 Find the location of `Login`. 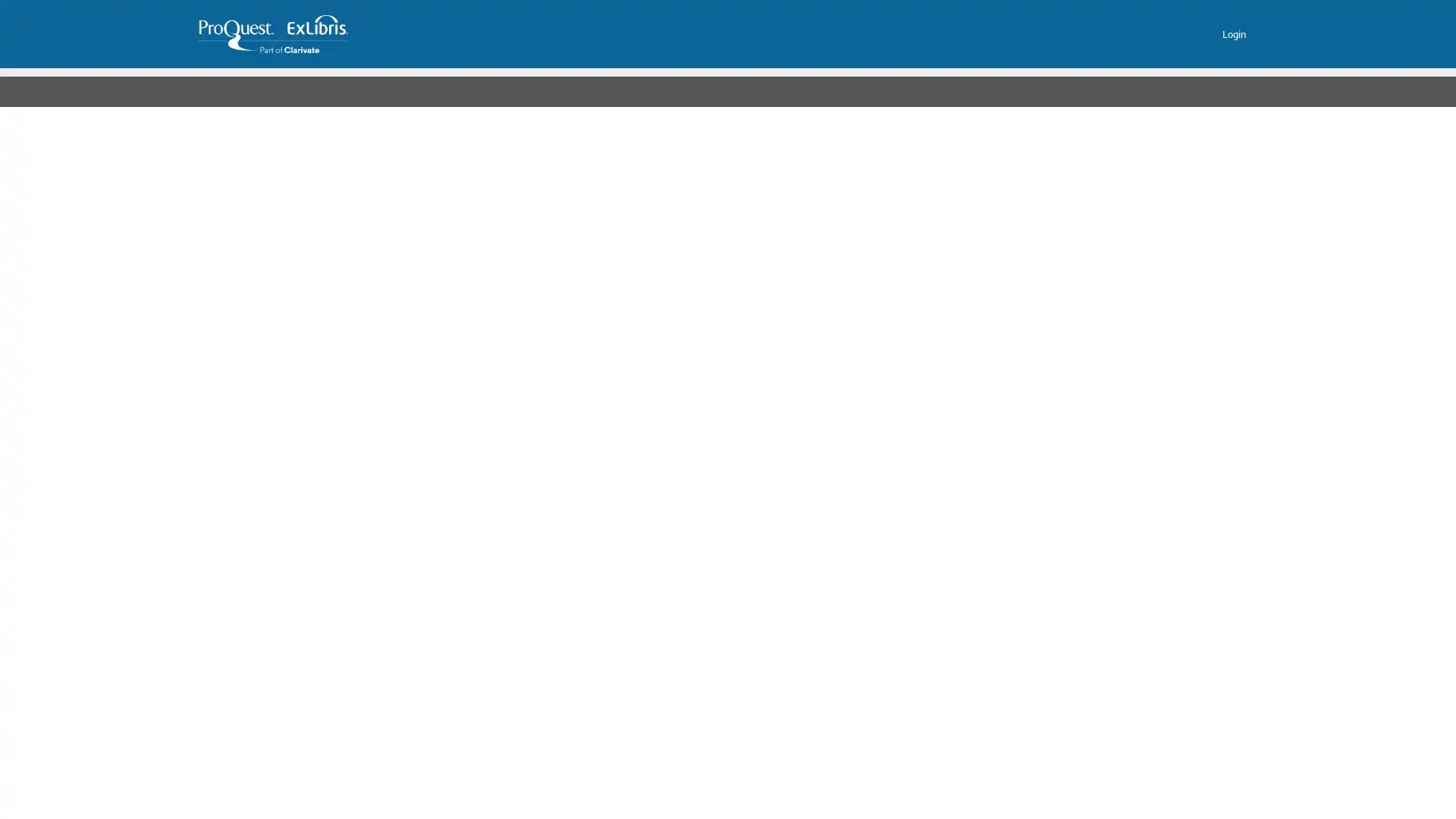

Login is located at coordinates (1234, 34).